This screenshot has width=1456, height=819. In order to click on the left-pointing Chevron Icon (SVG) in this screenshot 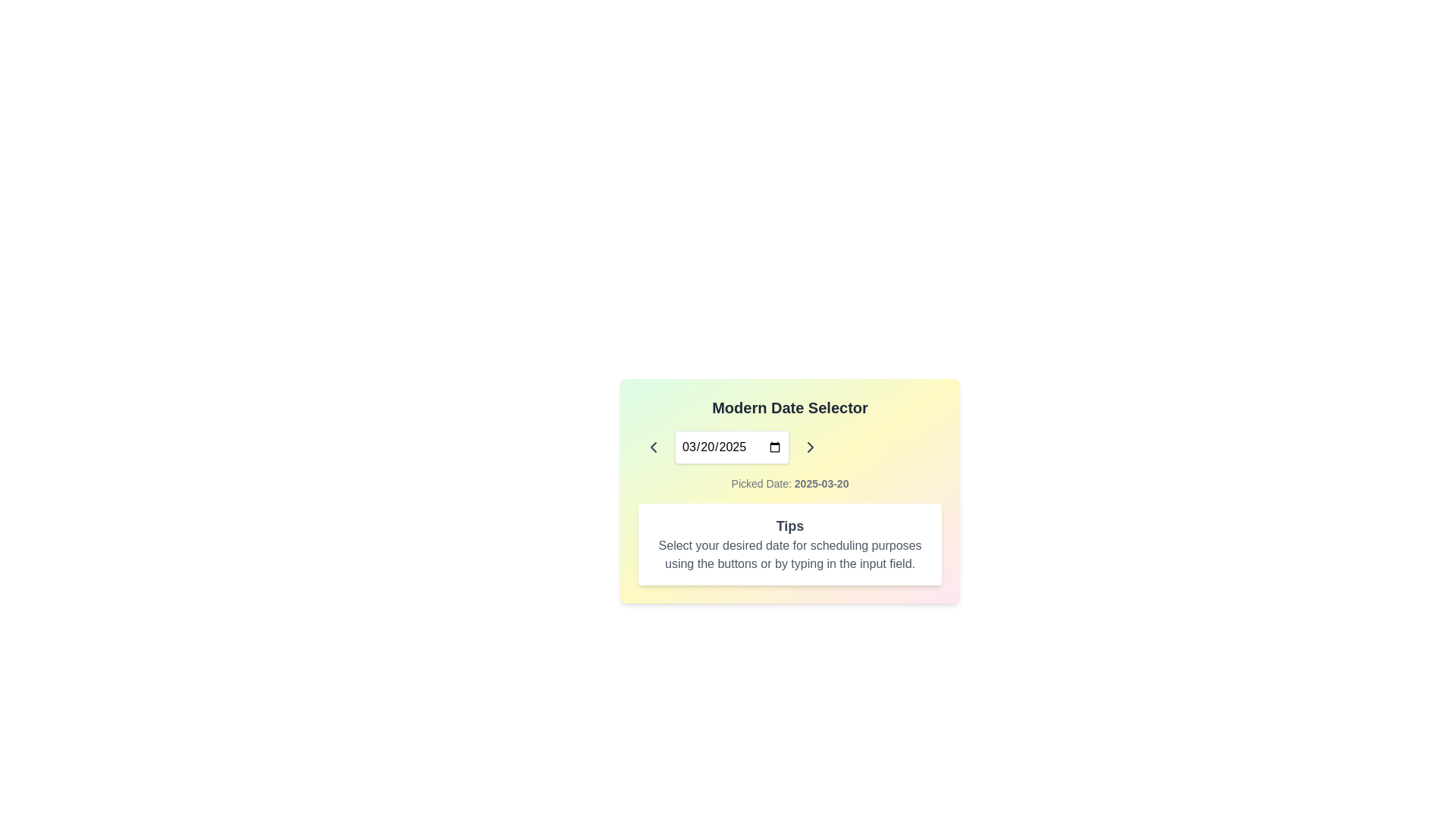, I will do `click(654, 447)`.